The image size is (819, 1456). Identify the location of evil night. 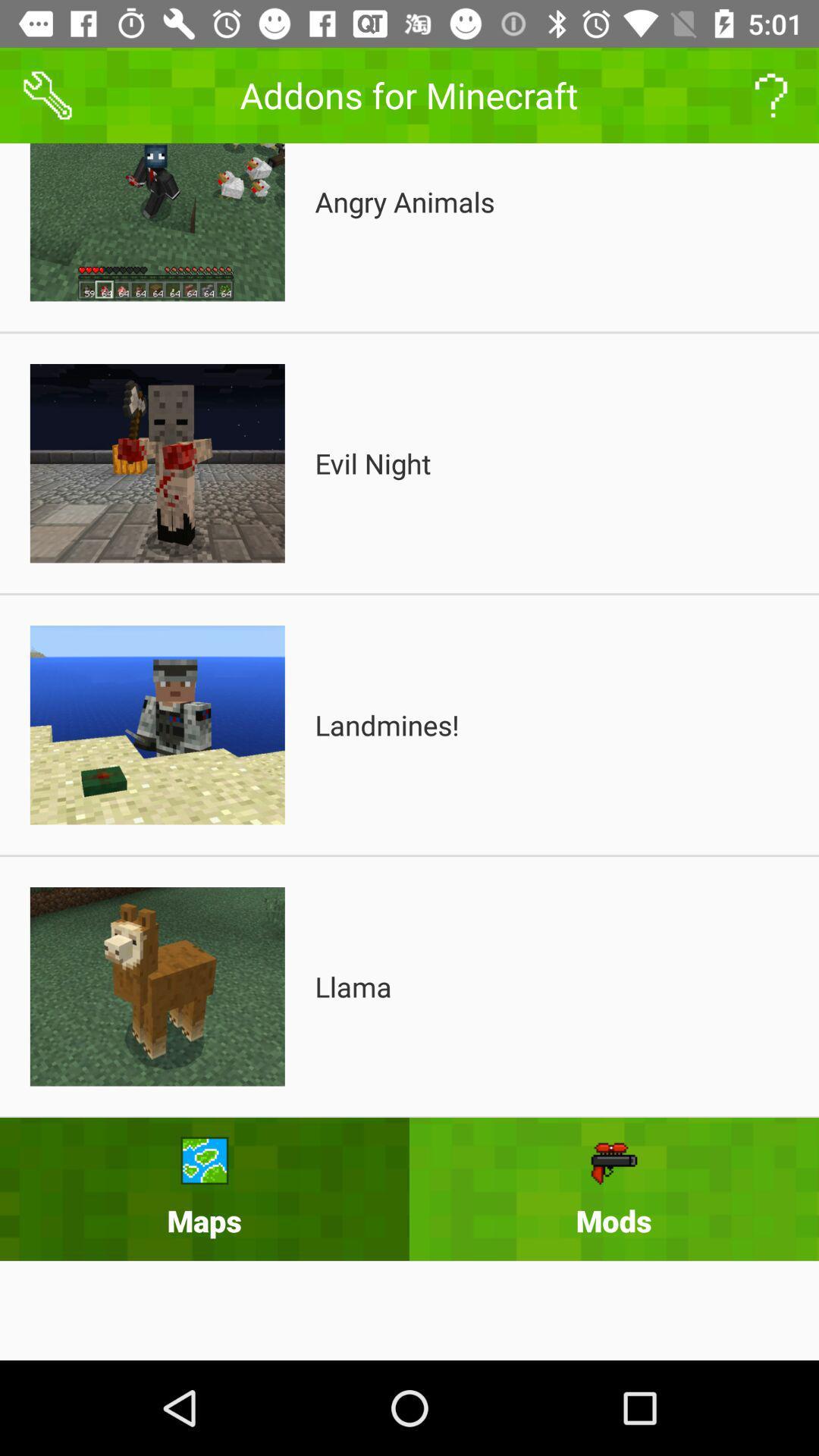
(373, 463).